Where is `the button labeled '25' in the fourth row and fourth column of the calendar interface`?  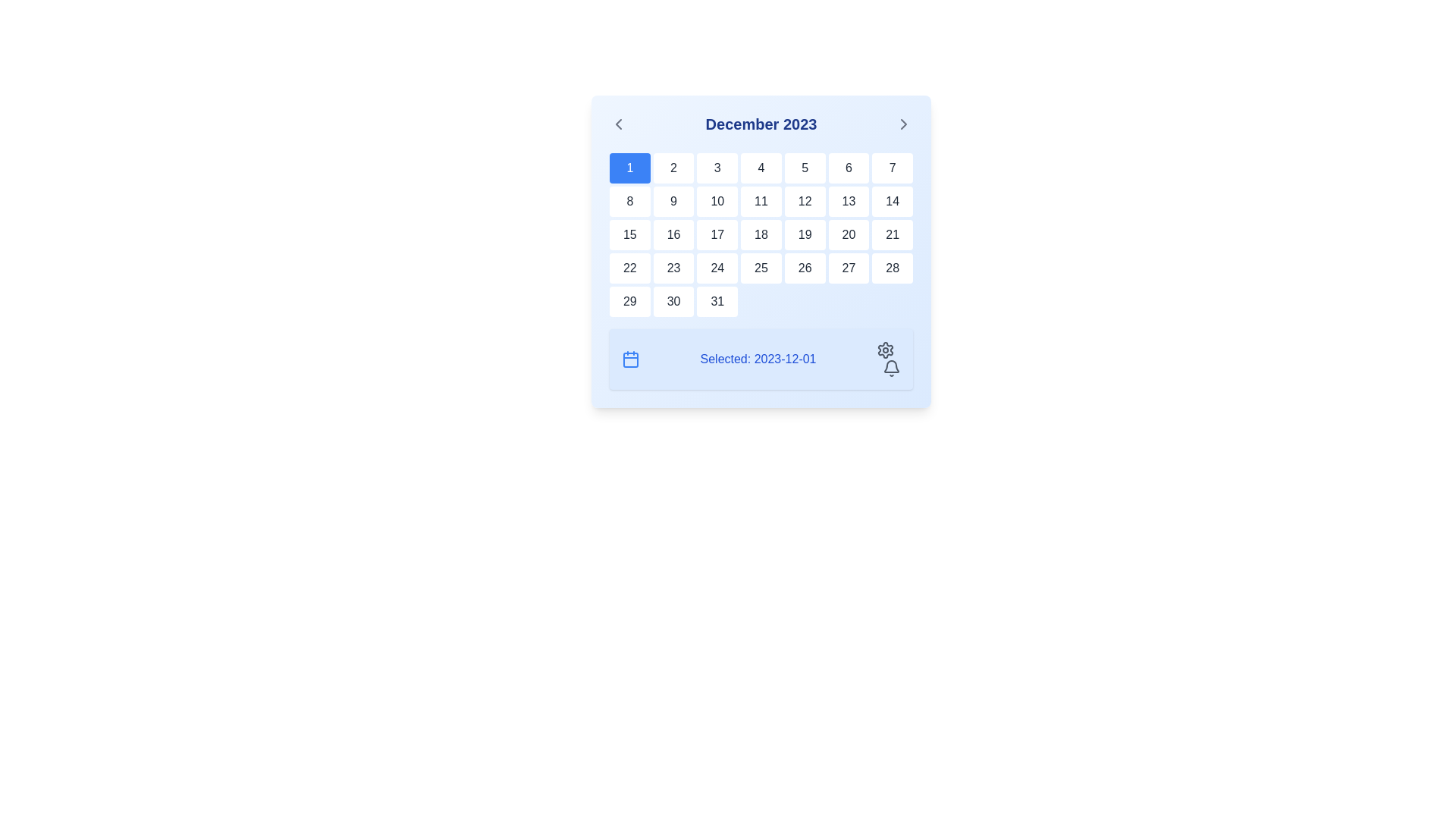 the button labeled '25' in the fourth row and fourth column of the calendar interface is located at coordinates (761, 268).